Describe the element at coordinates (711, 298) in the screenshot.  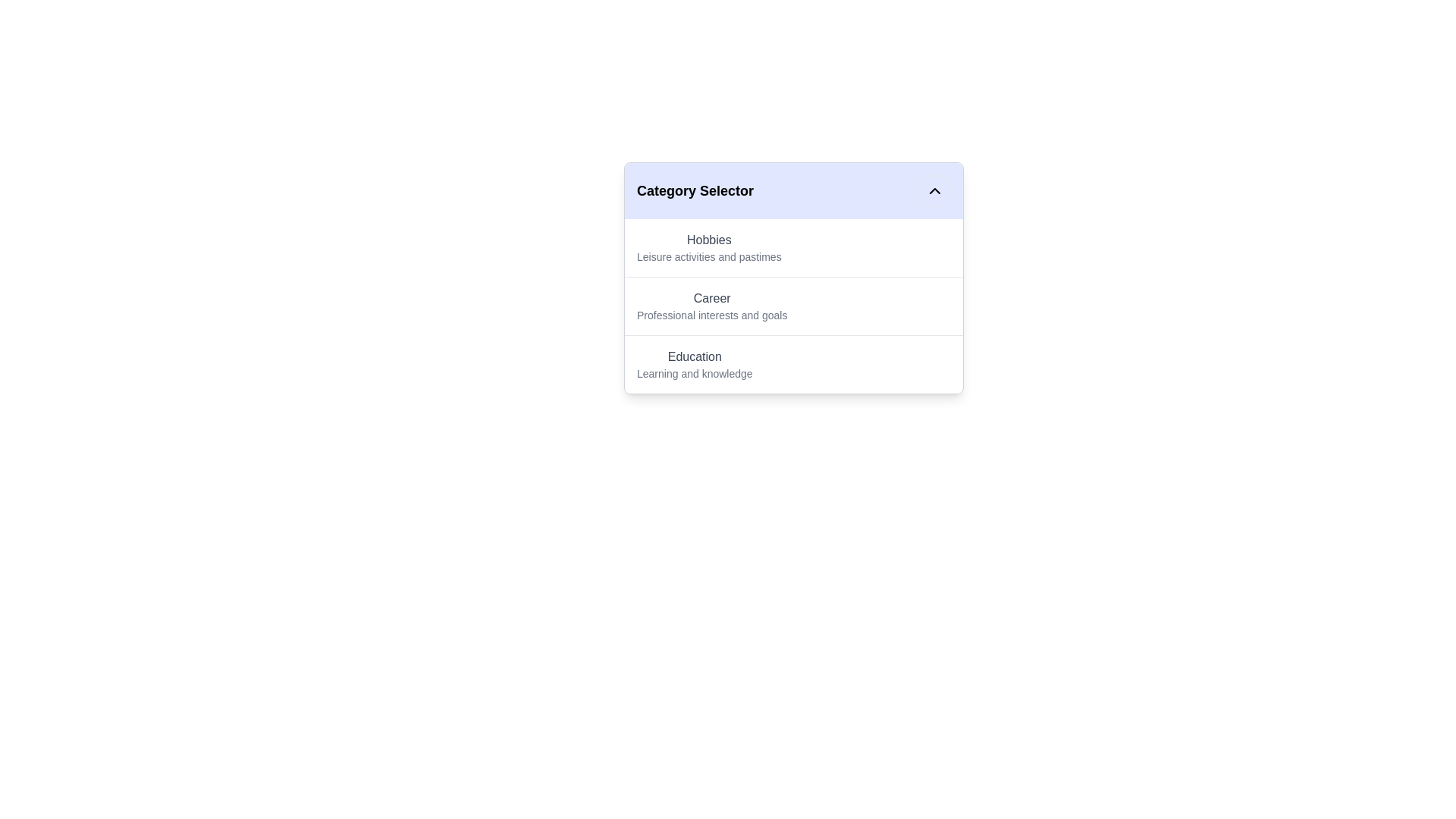
I see `the 'Career' text label, which is styled with a medium font weight and gray color, positioned prominently in a card-like component within a vertical list of categories` at that location.